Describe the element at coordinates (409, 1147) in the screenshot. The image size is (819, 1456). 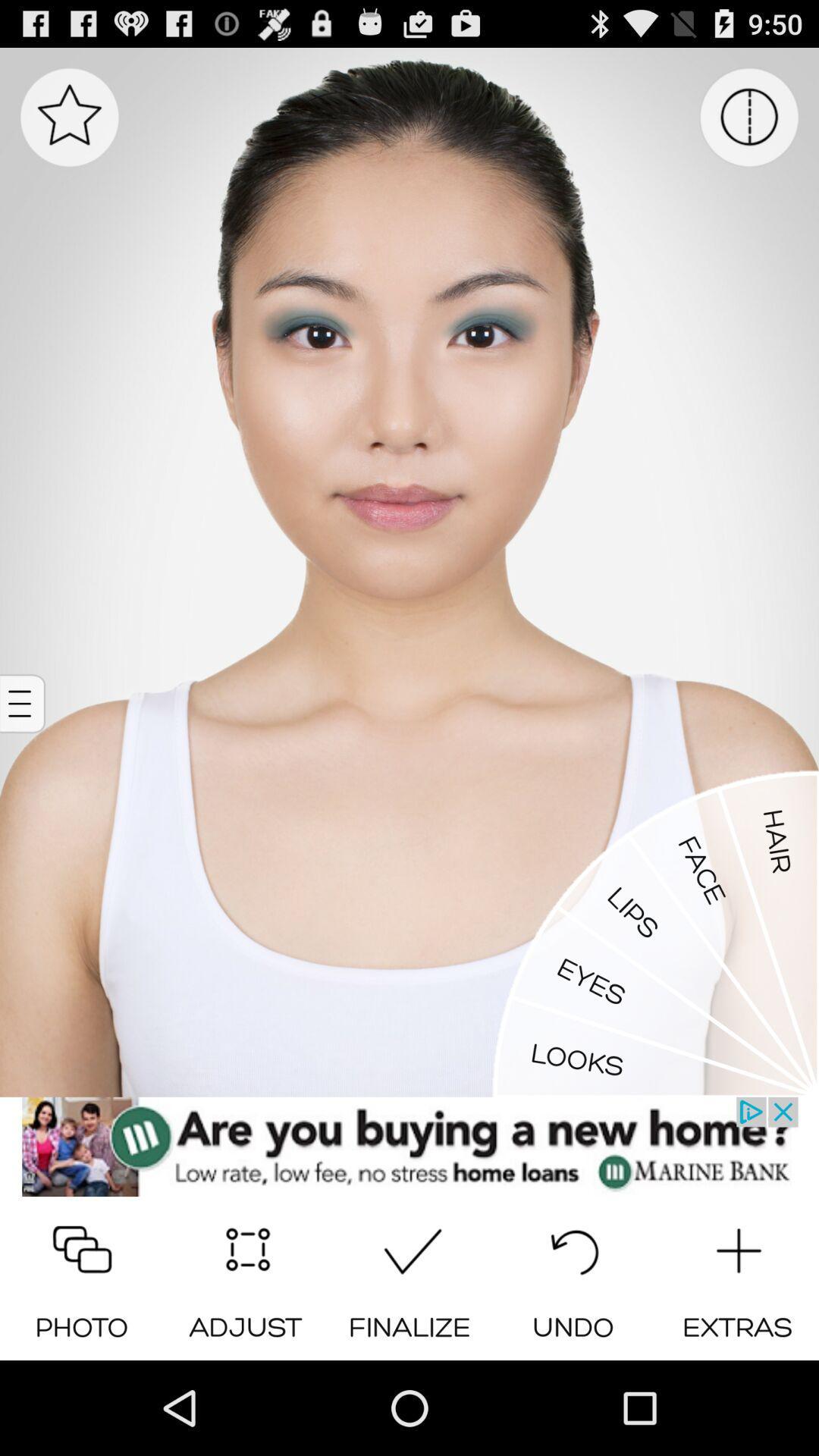
I see `the marine bank website` at that location.